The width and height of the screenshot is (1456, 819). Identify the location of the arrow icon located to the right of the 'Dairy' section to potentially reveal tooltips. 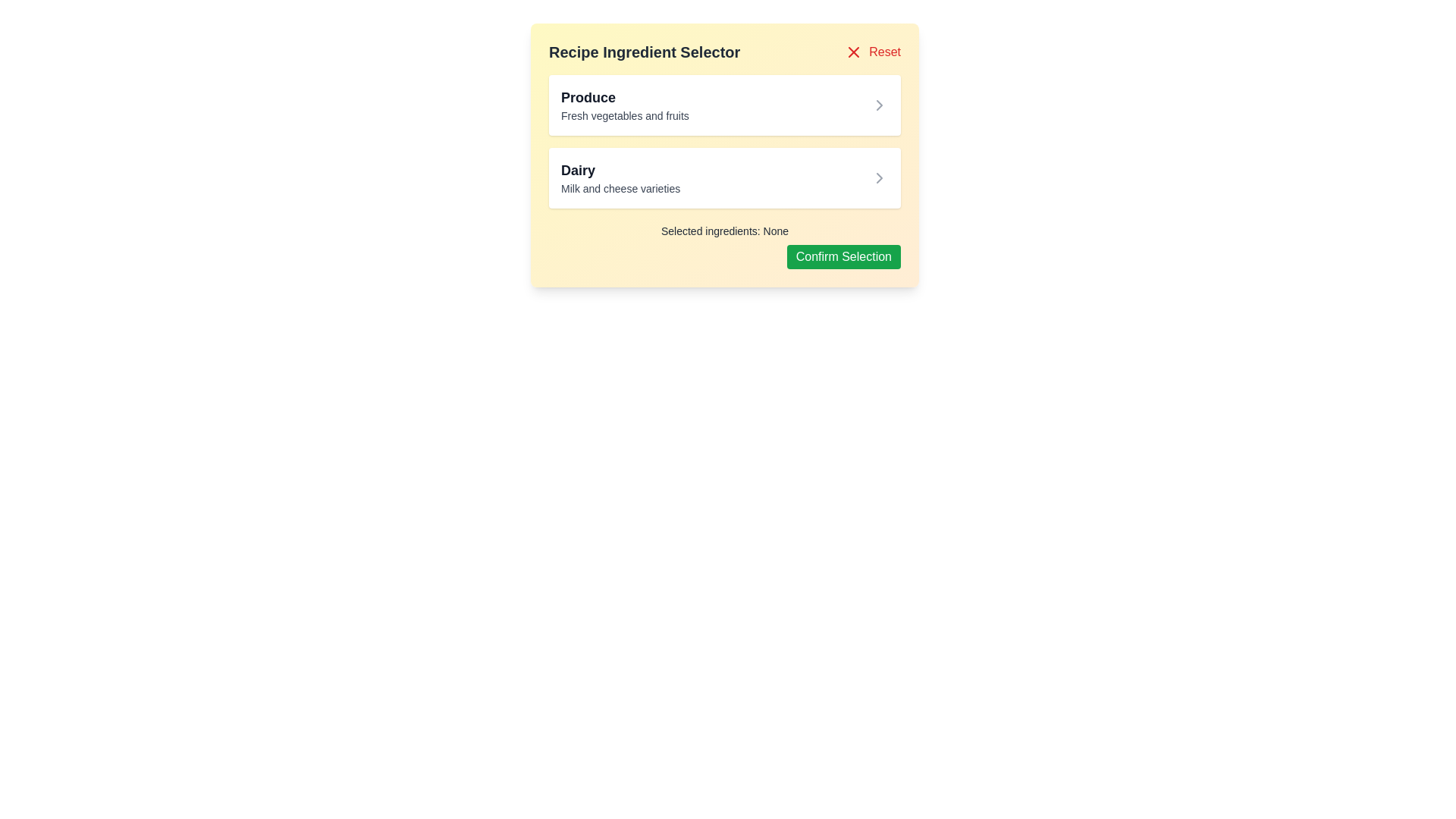
(880, 177).